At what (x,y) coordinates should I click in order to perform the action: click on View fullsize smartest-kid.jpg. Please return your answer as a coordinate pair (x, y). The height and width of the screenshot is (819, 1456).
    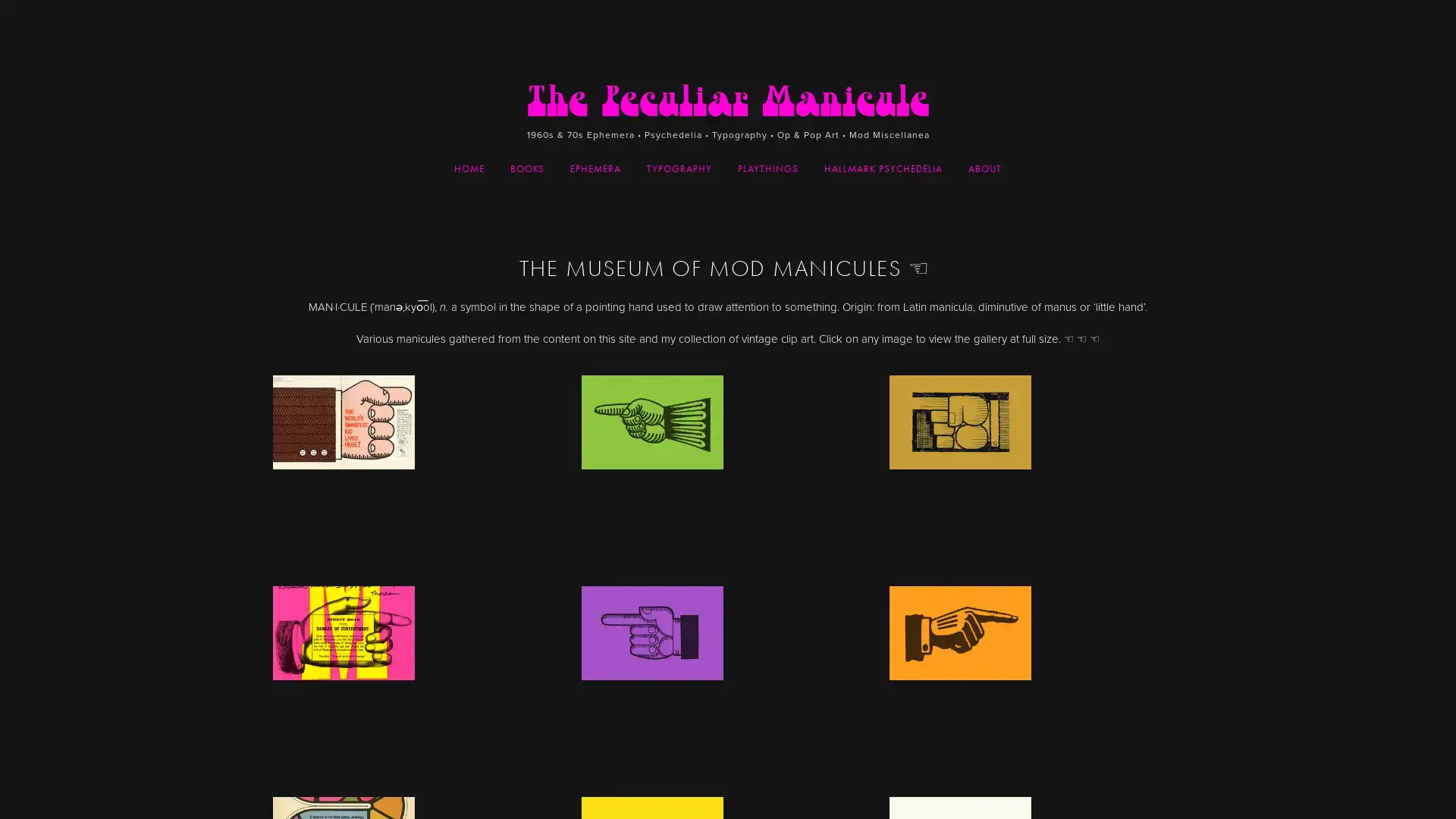
    Looking at the image, I should click on (419, 472).